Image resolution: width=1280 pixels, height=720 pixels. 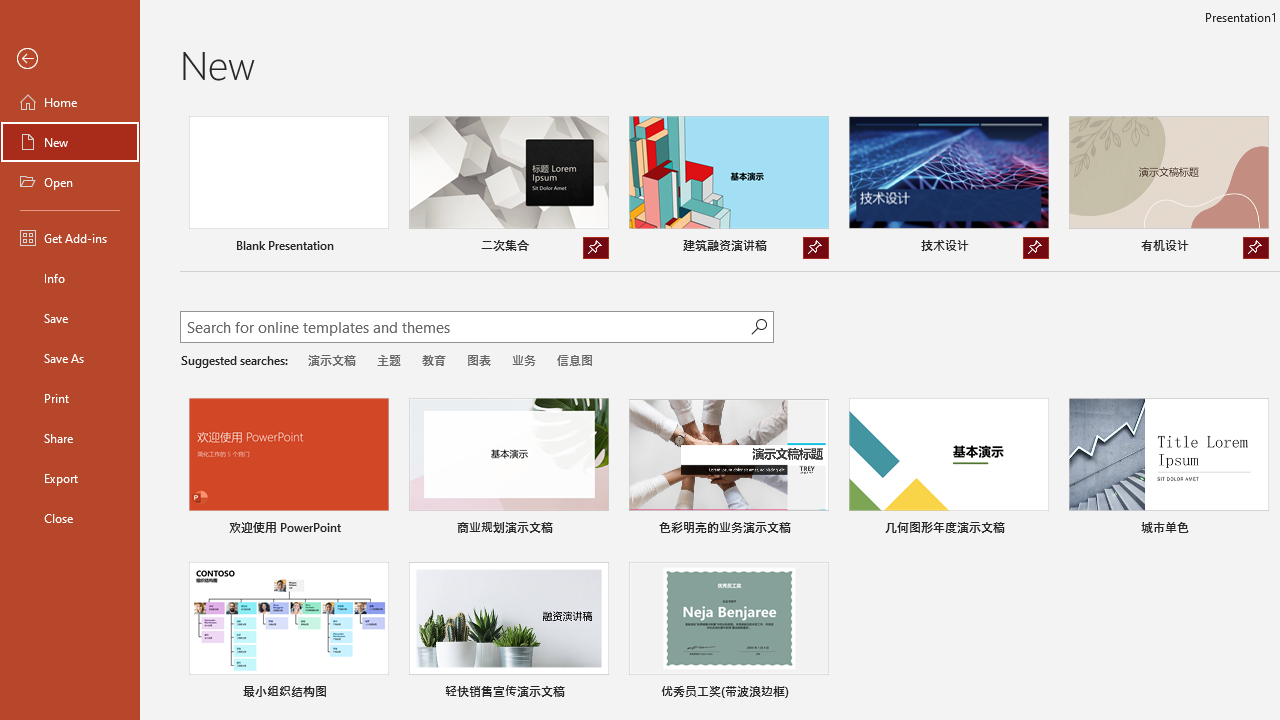 I want to click on 'Blank Presentation', so click(x=287, y=187).